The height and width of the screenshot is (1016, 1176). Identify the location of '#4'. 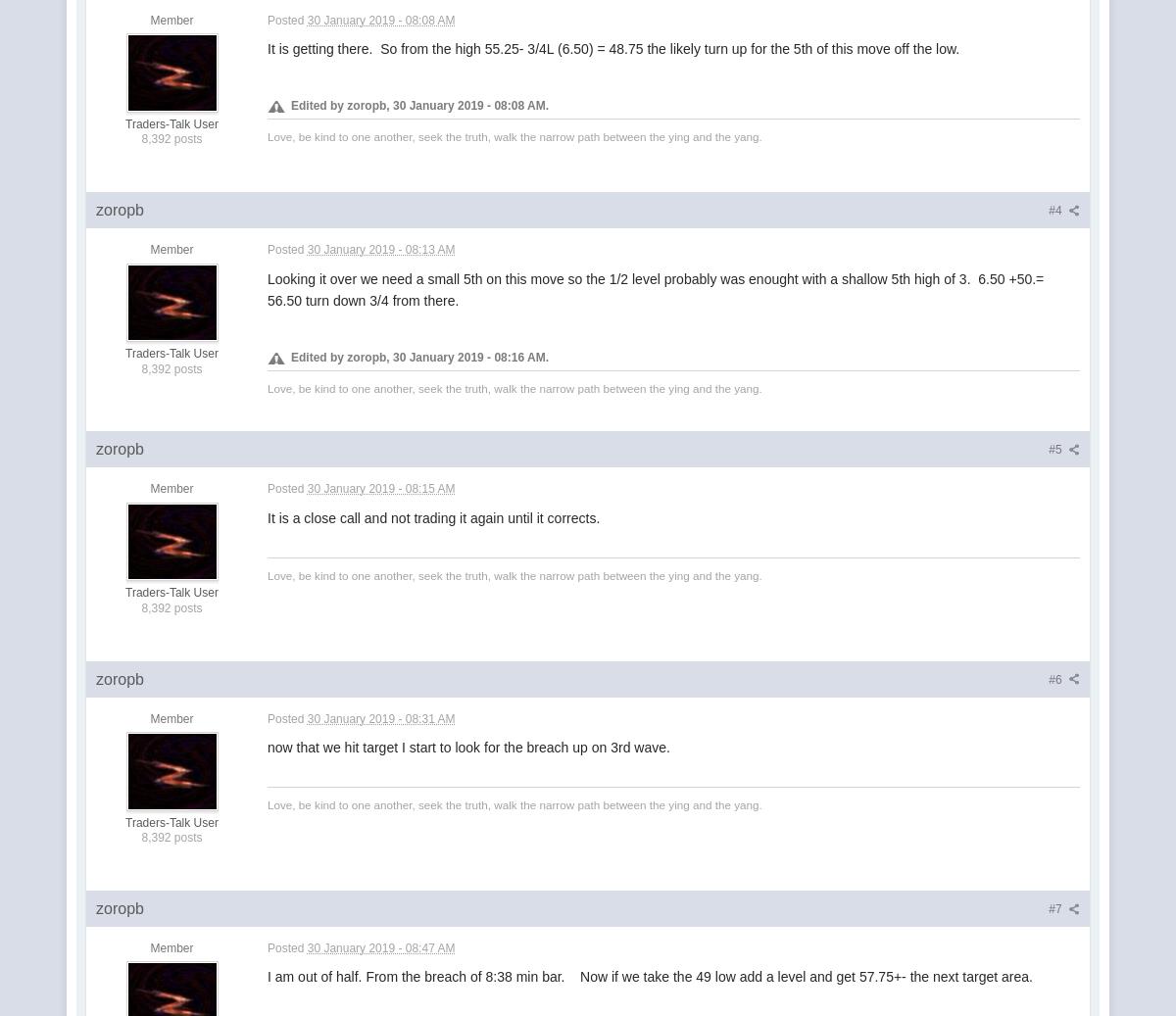
(1055, 209).